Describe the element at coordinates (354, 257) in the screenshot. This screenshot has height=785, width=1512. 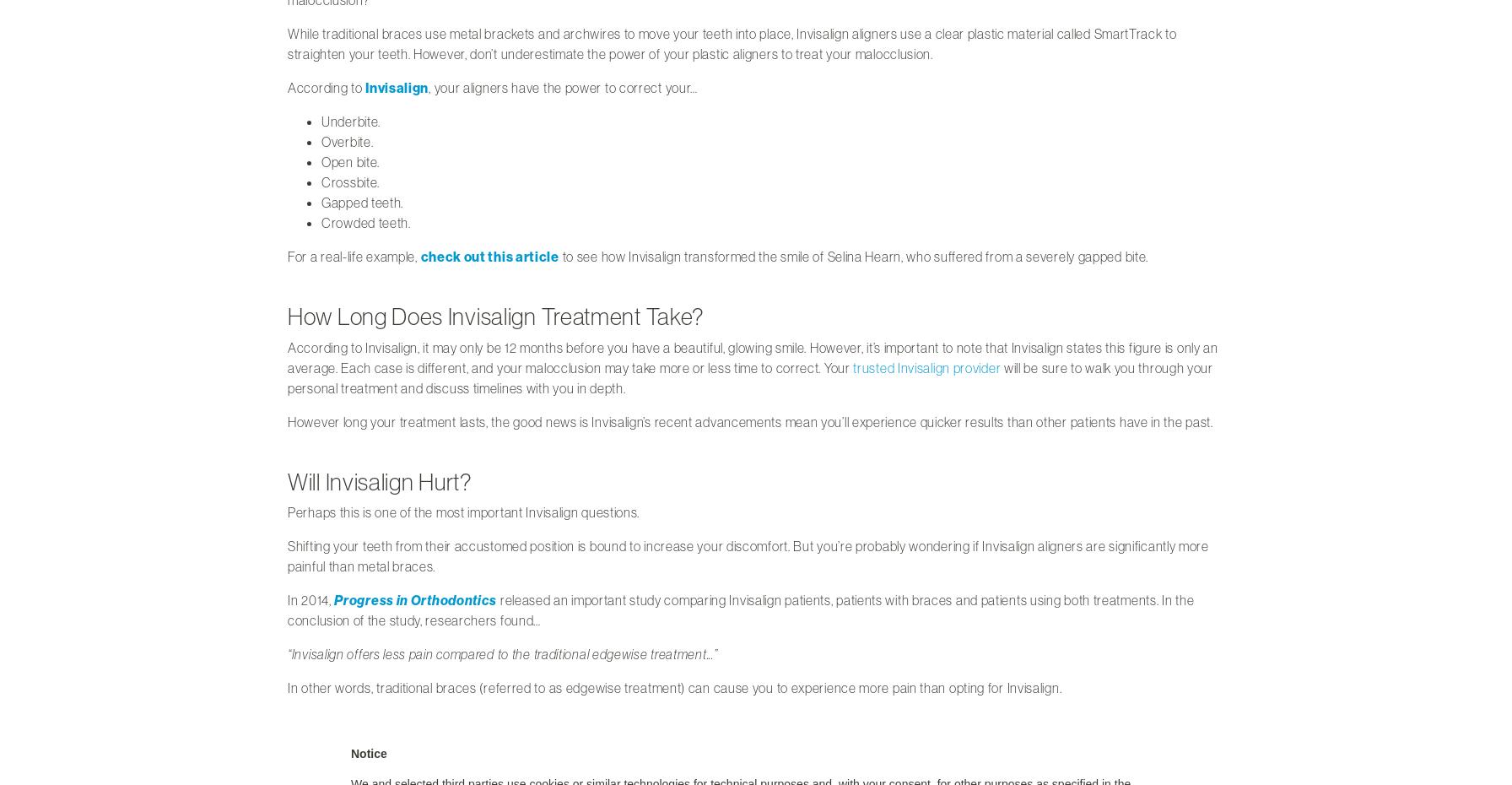
I see `'For a real-life example,'` at that location.